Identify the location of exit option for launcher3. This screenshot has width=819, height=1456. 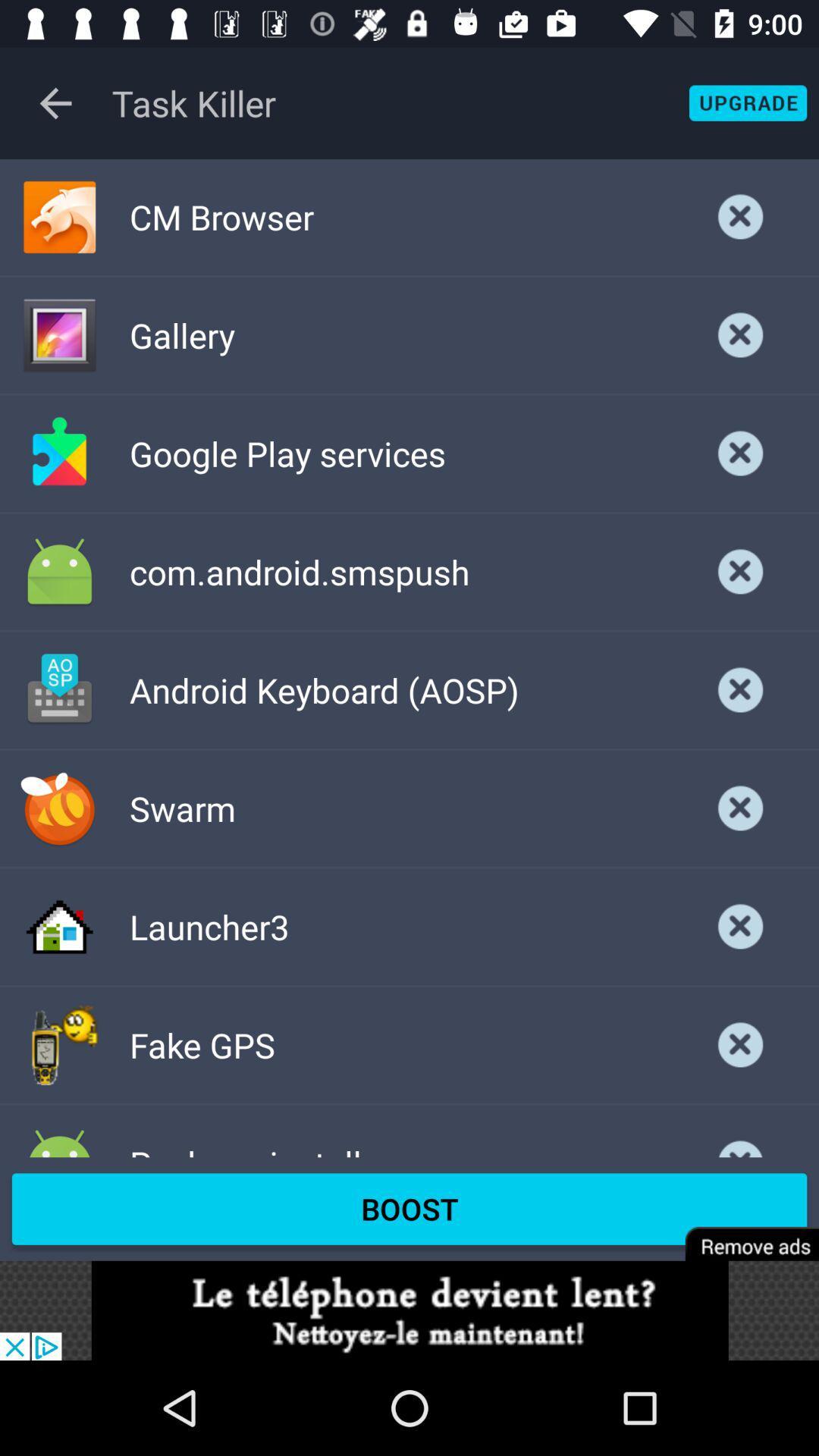
(740, 926).